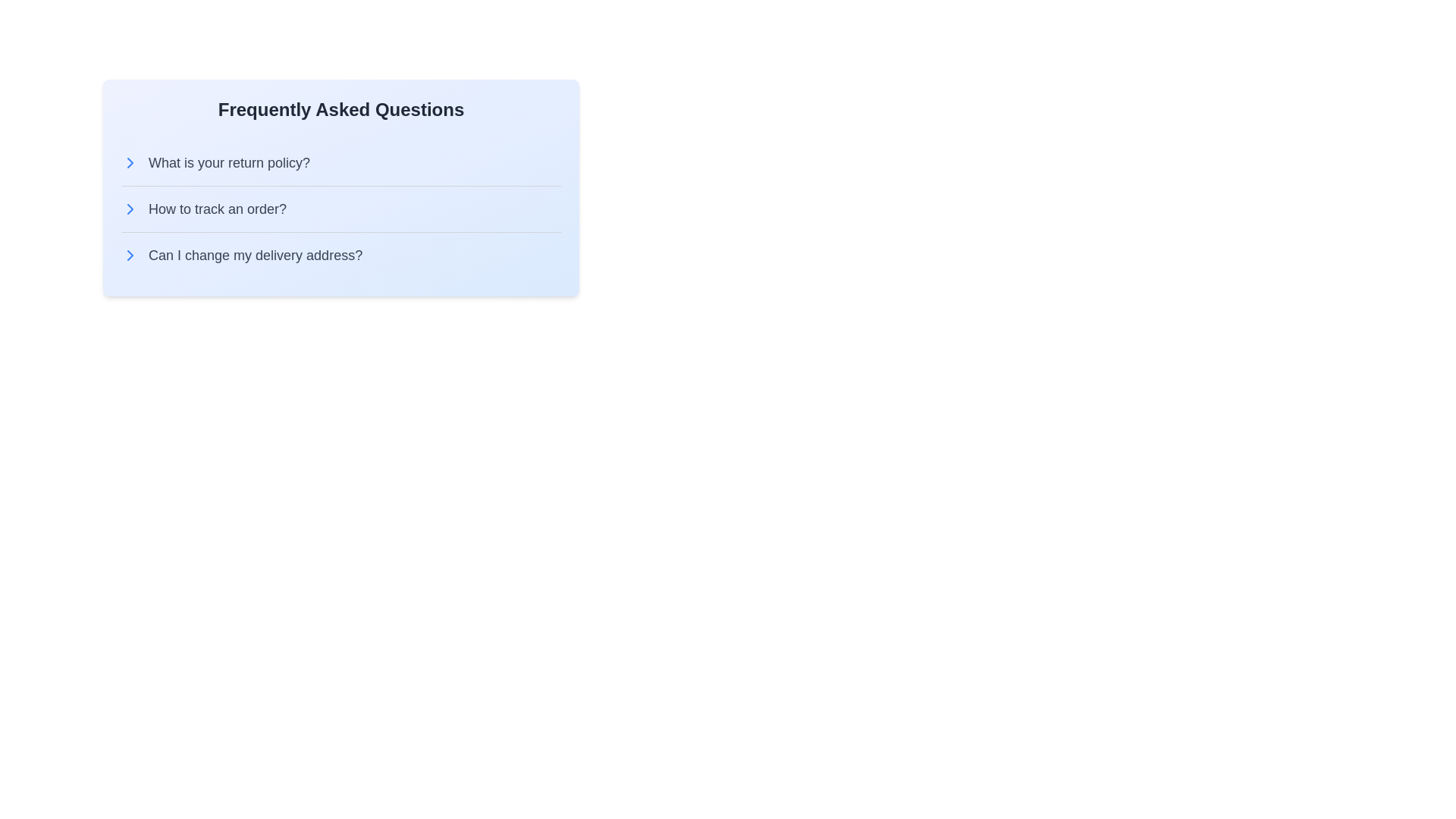 The image size is (1456, 819). What do you see at coordinates (130, 209) in the screenshot?
I see `the FAQ icon for the item 'How to track an order?' which is located to the left of the corresponding text in the FAQ section` at bounding box center [130, 209].